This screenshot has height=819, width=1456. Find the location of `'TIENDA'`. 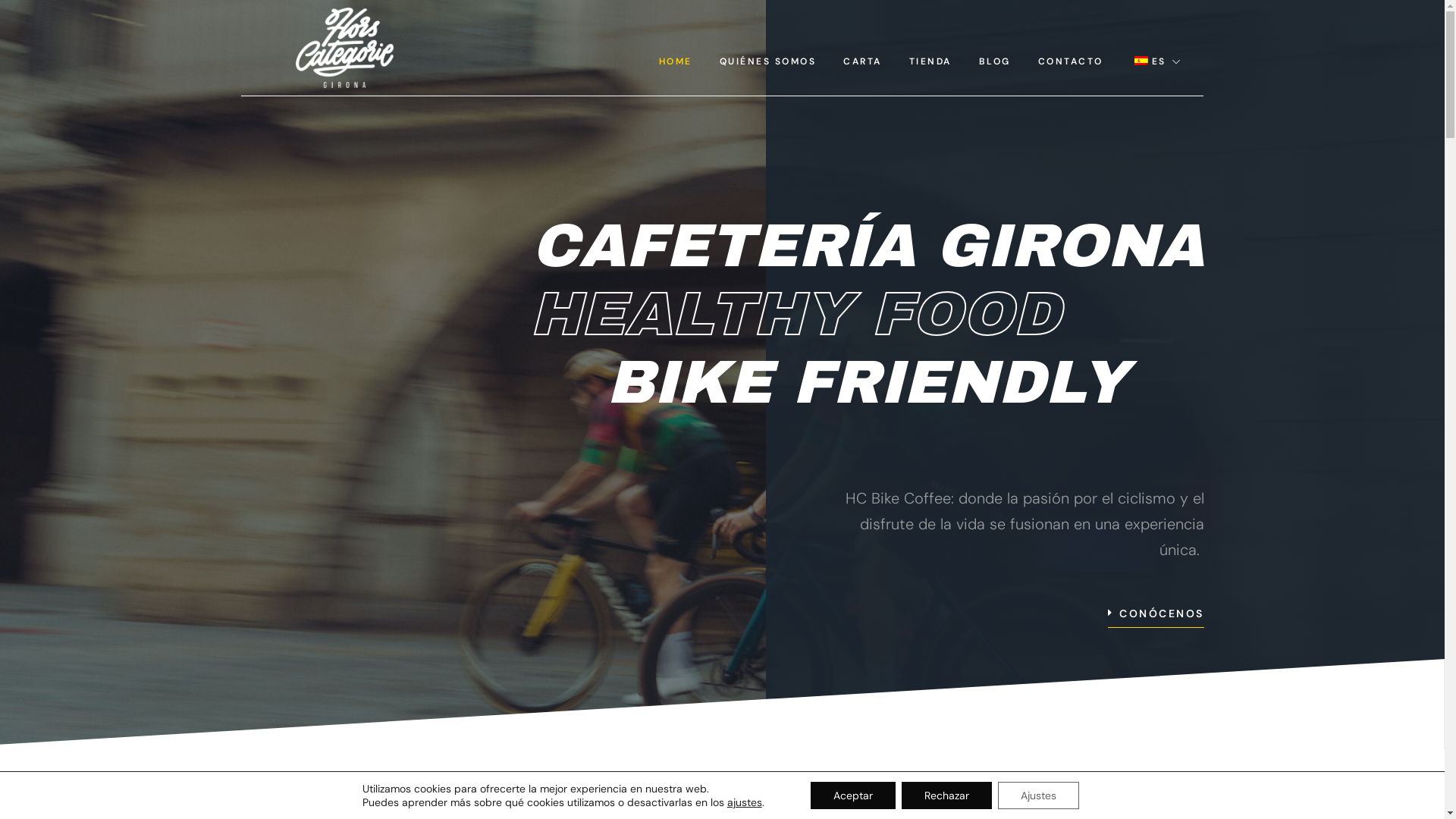

'TIENDA' is located at coordinates (930, 61).